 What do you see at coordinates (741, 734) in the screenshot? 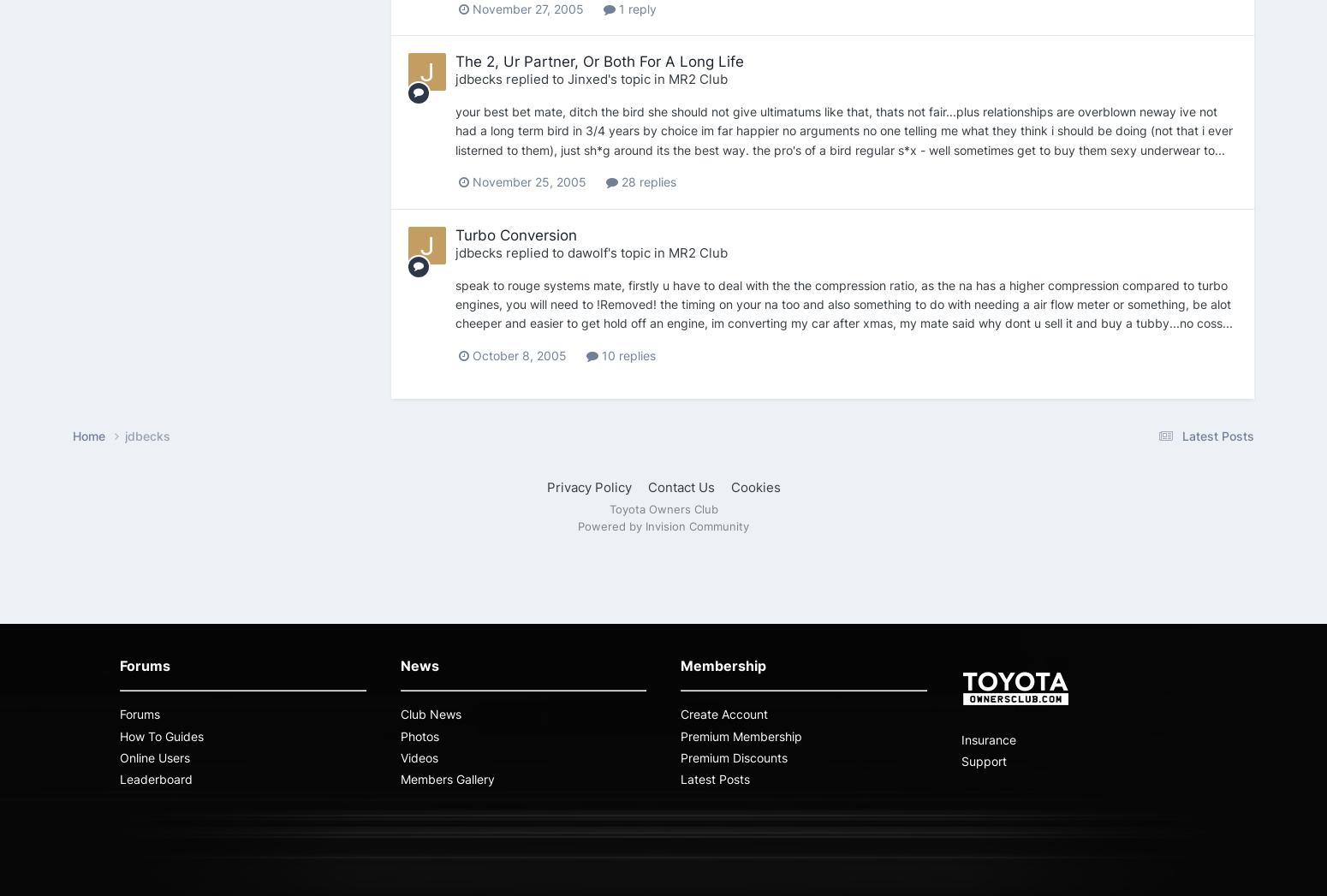
I see `'Premium Membership'` at bounding box center [741, 734].